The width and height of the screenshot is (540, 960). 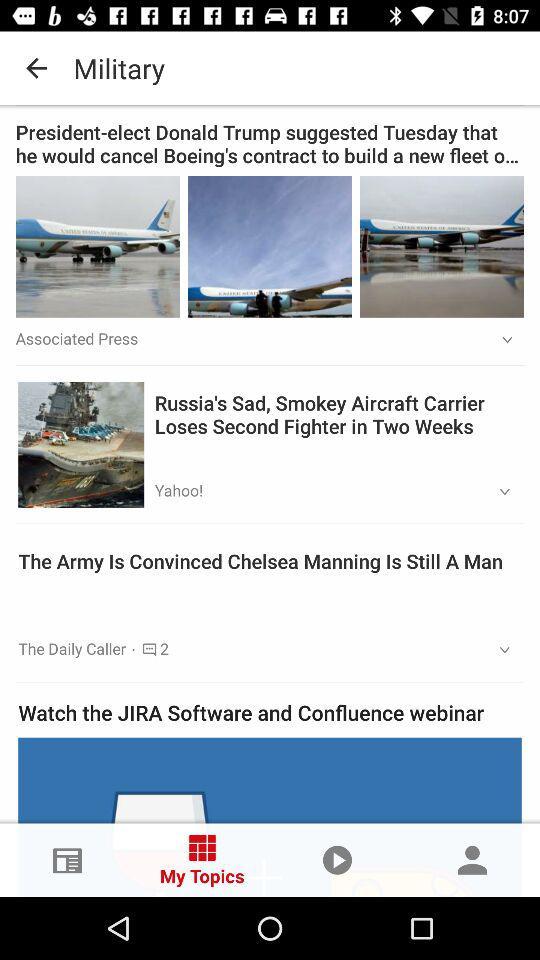 I want to click on first dropdown from top, so click(x=500, y=340).